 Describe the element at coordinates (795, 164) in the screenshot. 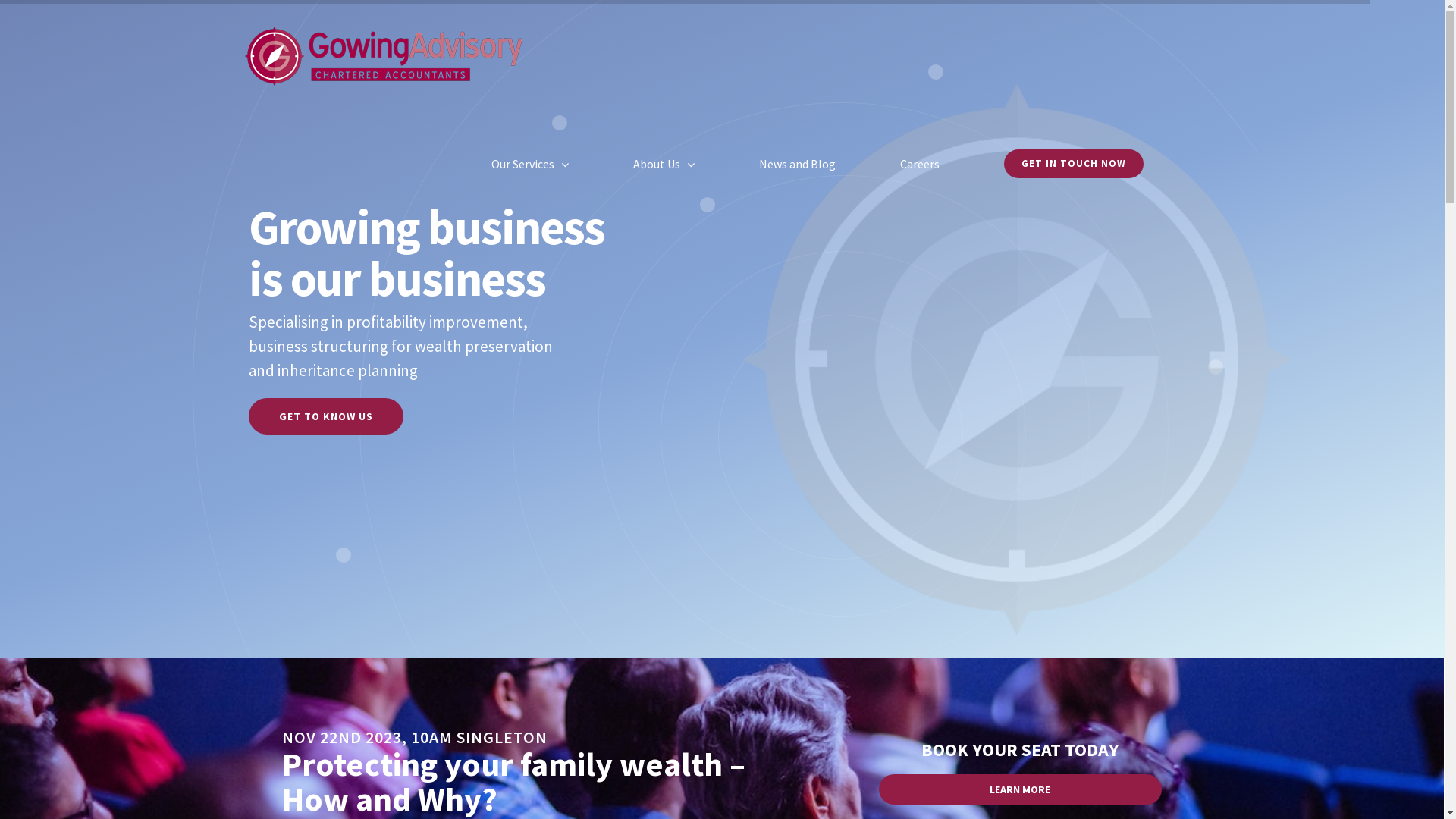

I see `'News and Blog'` at that location.